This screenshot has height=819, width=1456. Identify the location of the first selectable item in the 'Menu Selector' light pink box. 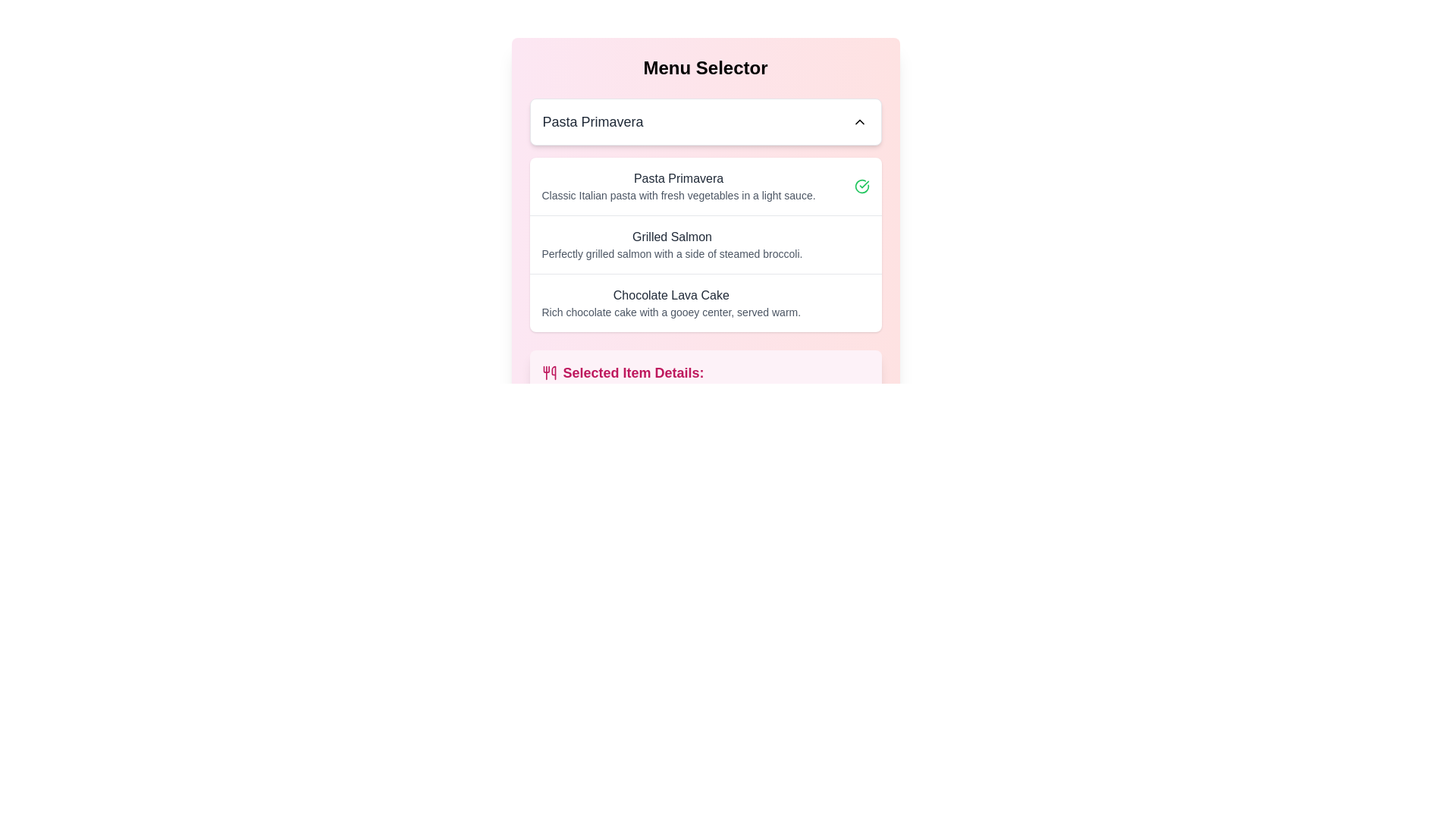
(704, 186).